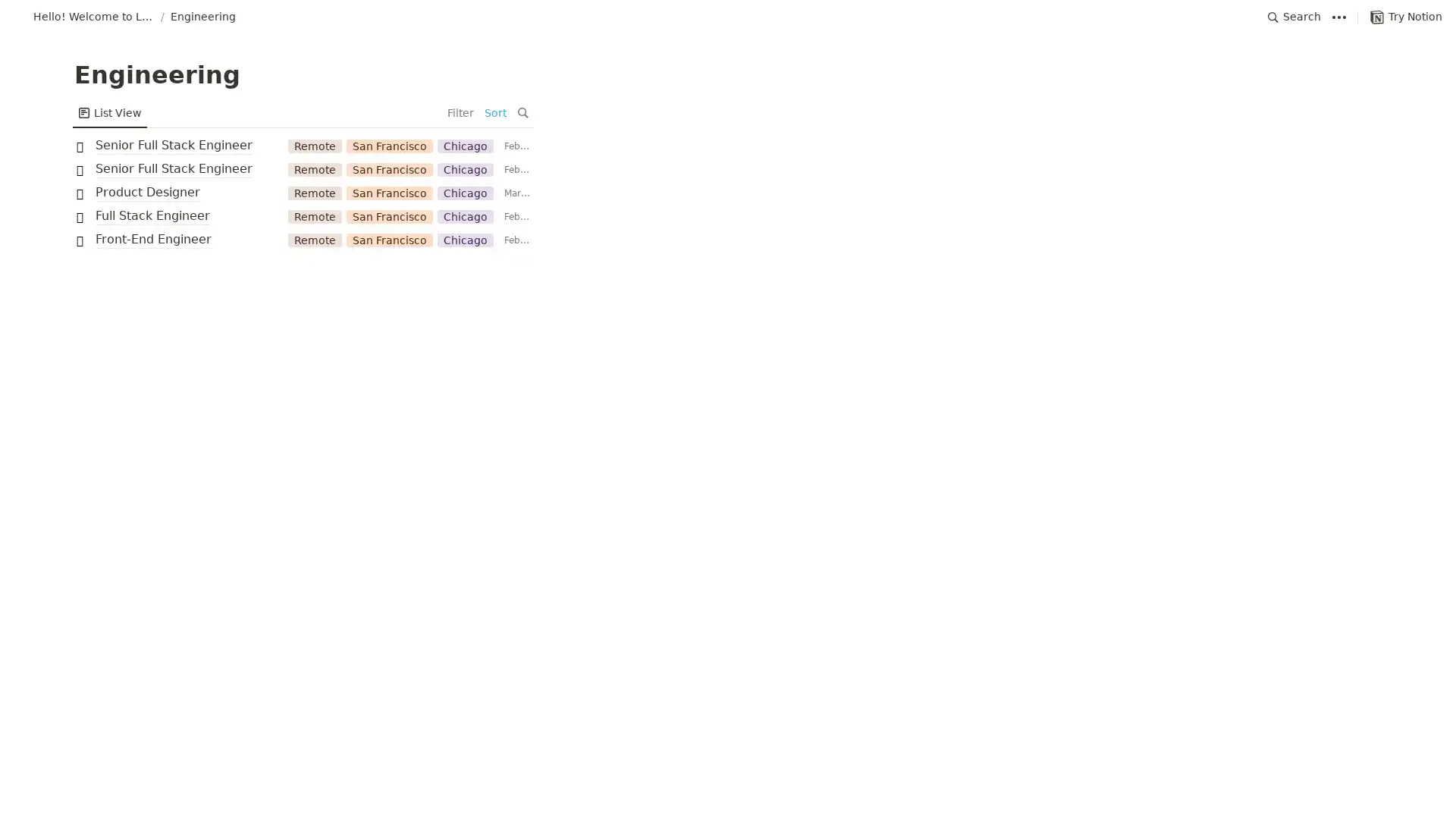  I want to click on Filter, so click(1309, 112).